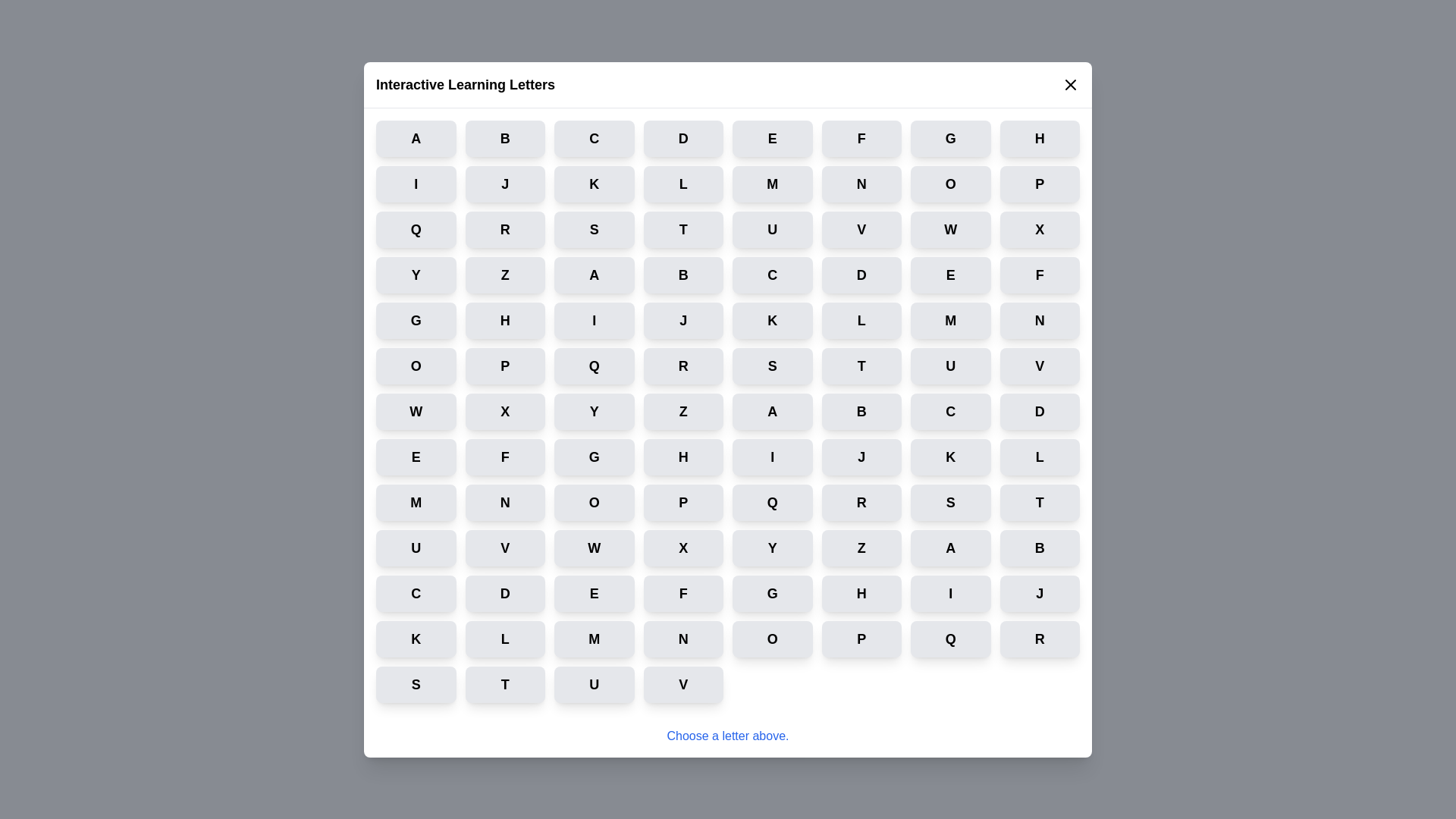 The height and width of the screenshot is (819, 1456). I want to click on the letter button labeled C, so click(593, 138).